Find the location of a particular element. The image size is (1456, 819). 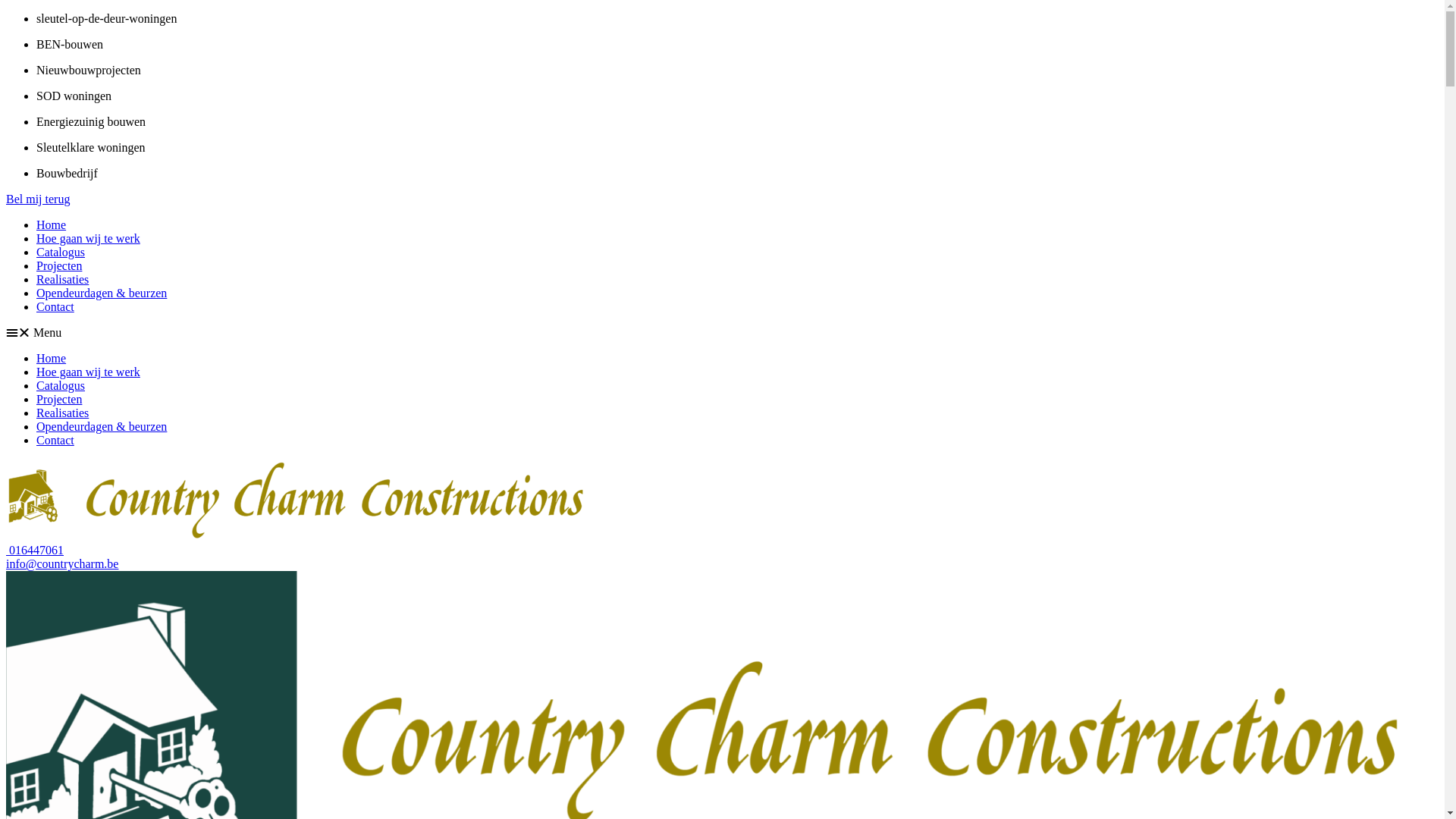

'Realisaties' is located at coordinates (36, 279).